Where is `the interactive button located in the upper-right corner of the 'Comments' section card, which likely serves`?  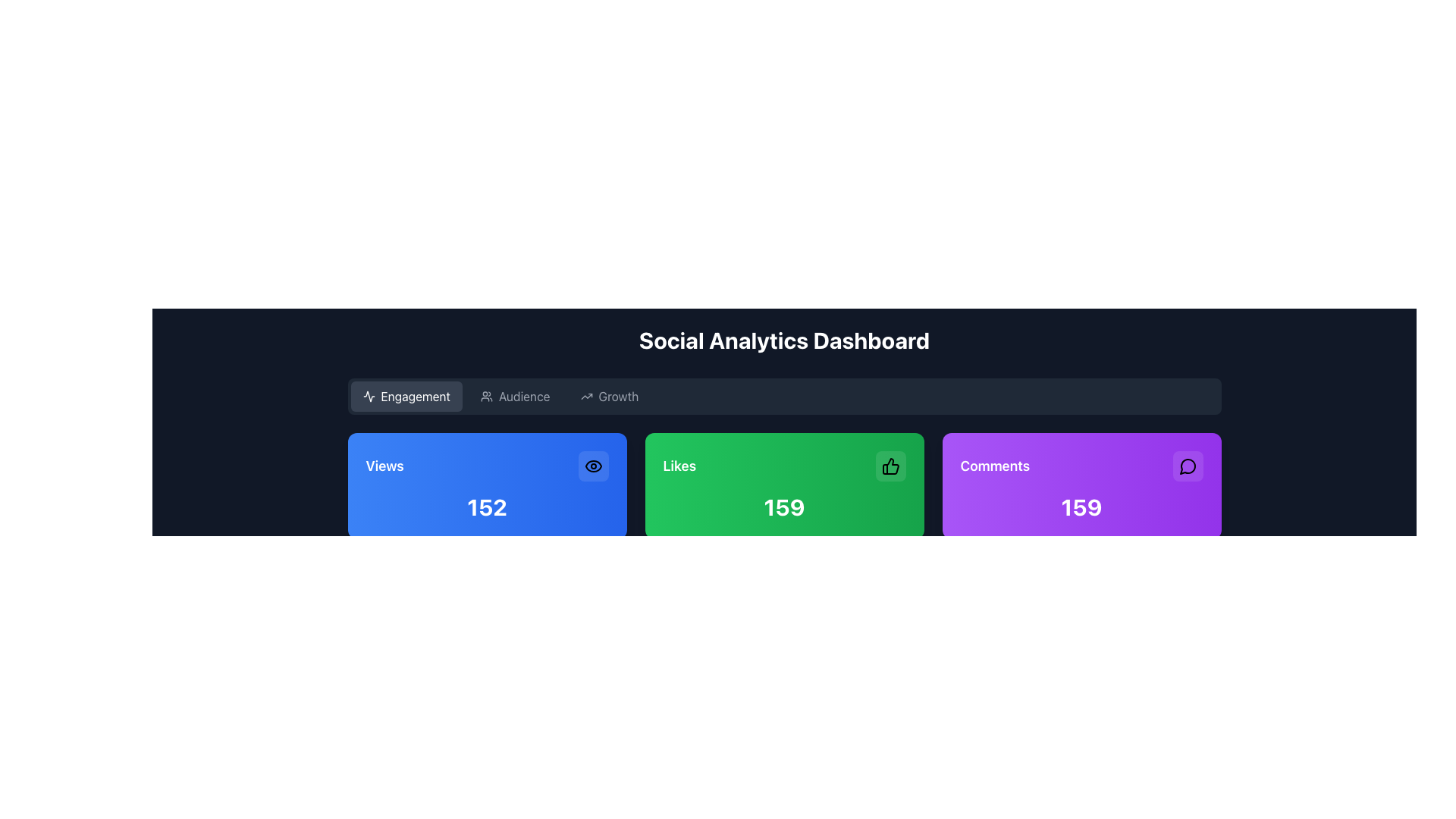 the interactive button located in the upper-right corner of the 'Comments' section card, which likely serves is located at coordinates (1187, 465).